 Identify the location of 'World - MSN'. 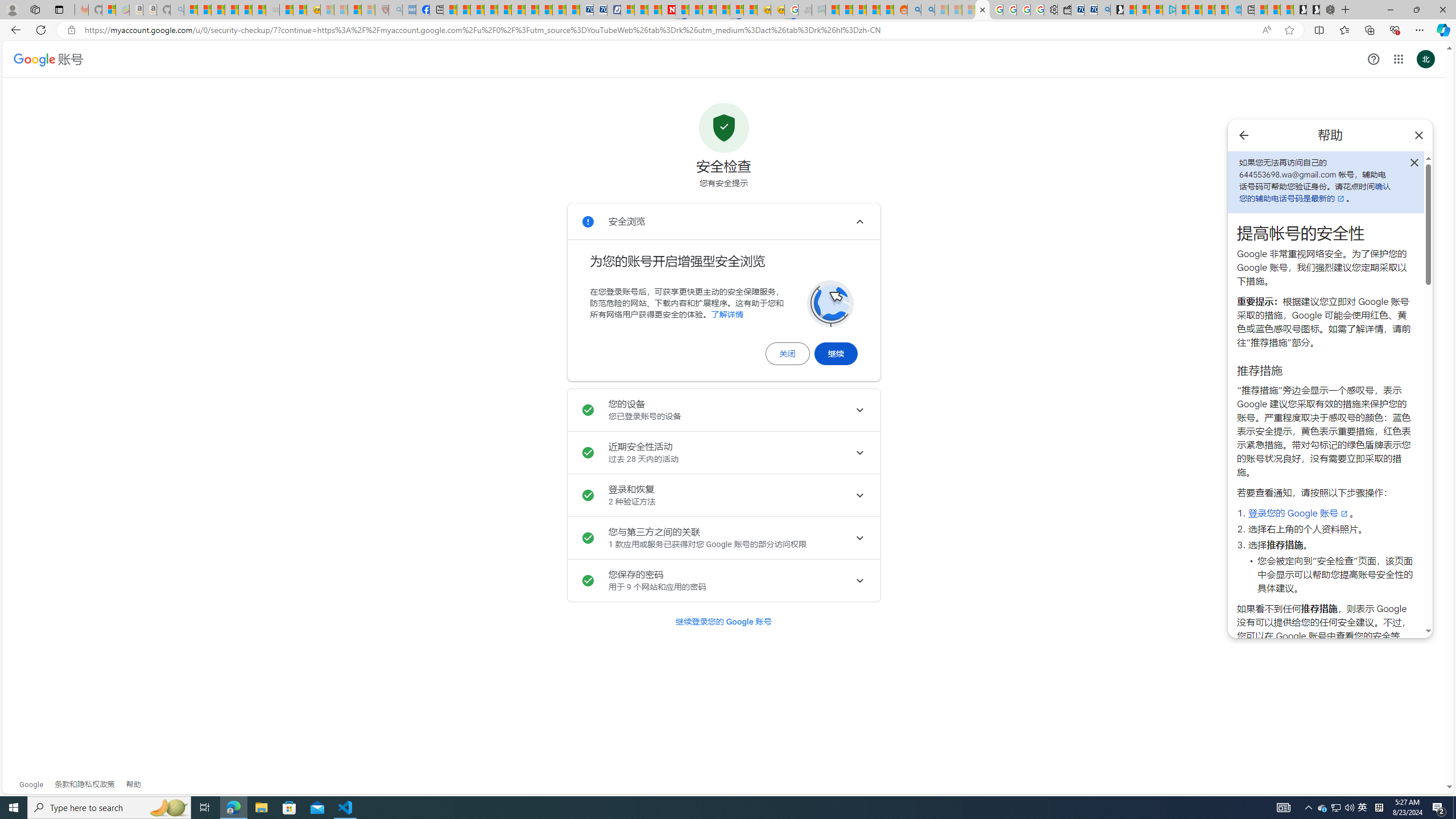
(477, 9).